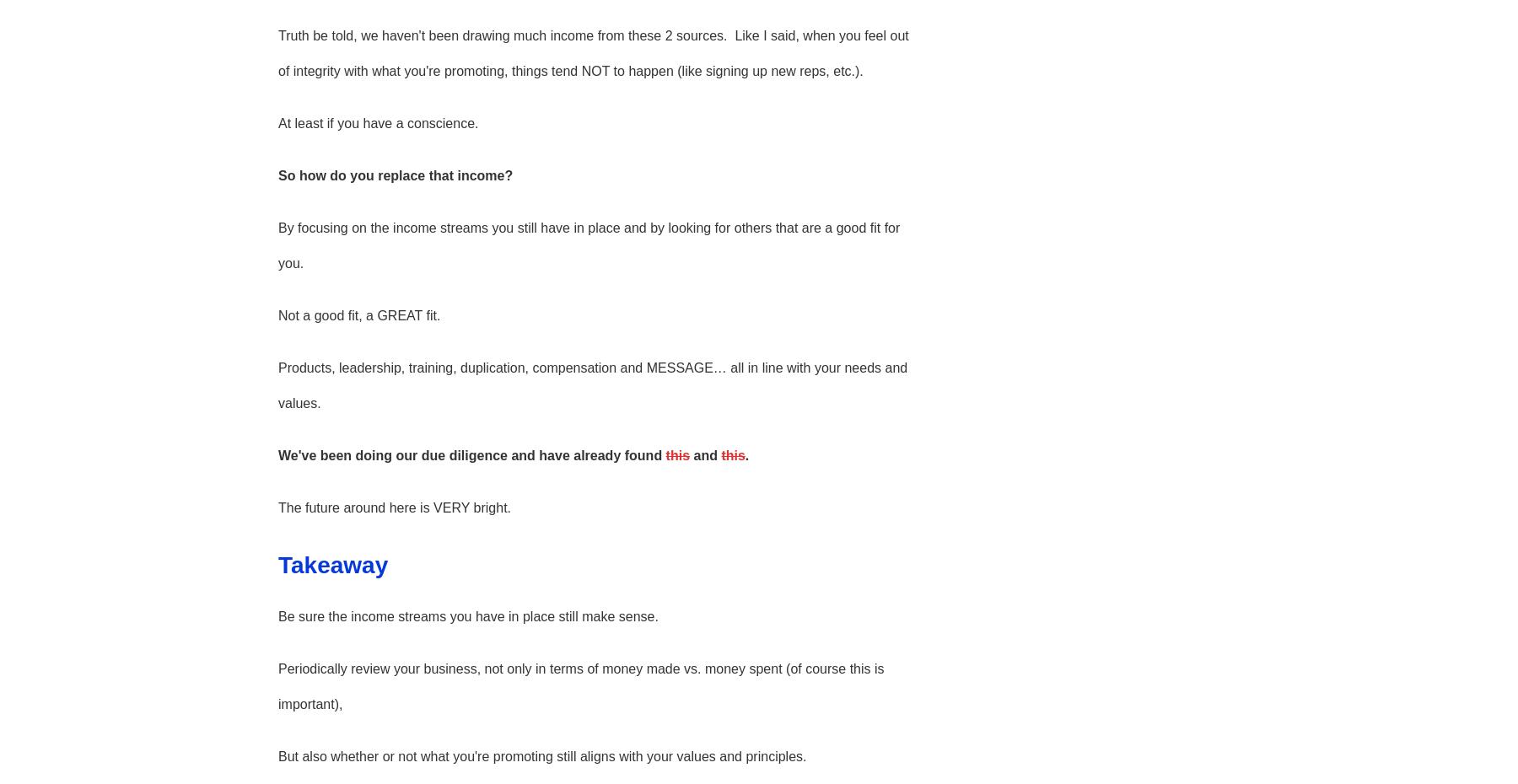 The width and height of the screenshot is (1518, 784). What do you see at coordinates (541, 755) in the screenshot?
I see `'But also whether or not what you're promoting still aligns with your values and principles.'` at bounding box center [541, 755].